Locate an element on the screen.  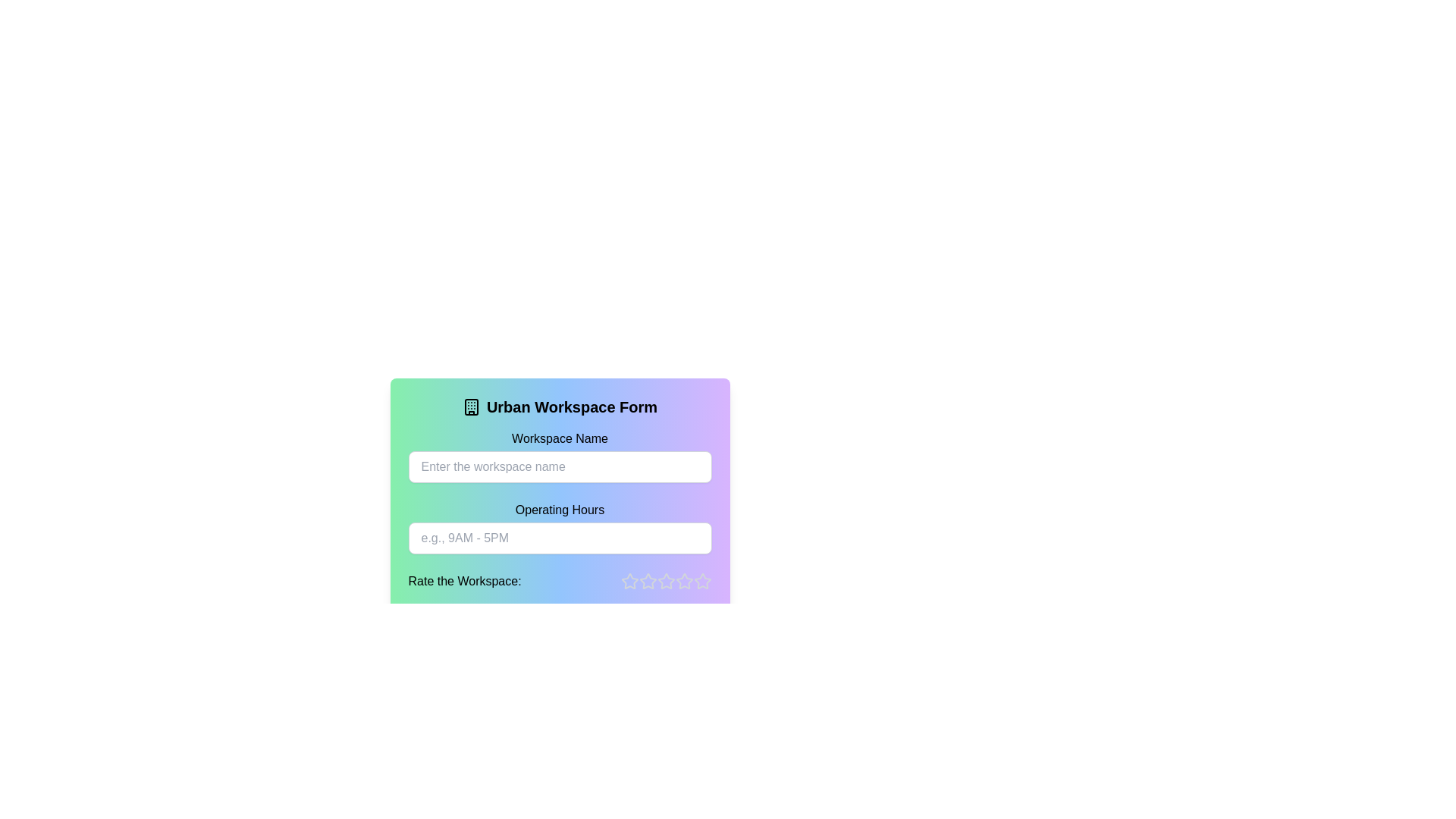
to the fifth star icon with a hollow outline and gray color in the 'Rate the Workspace' section is located at coordinates (701, 581).